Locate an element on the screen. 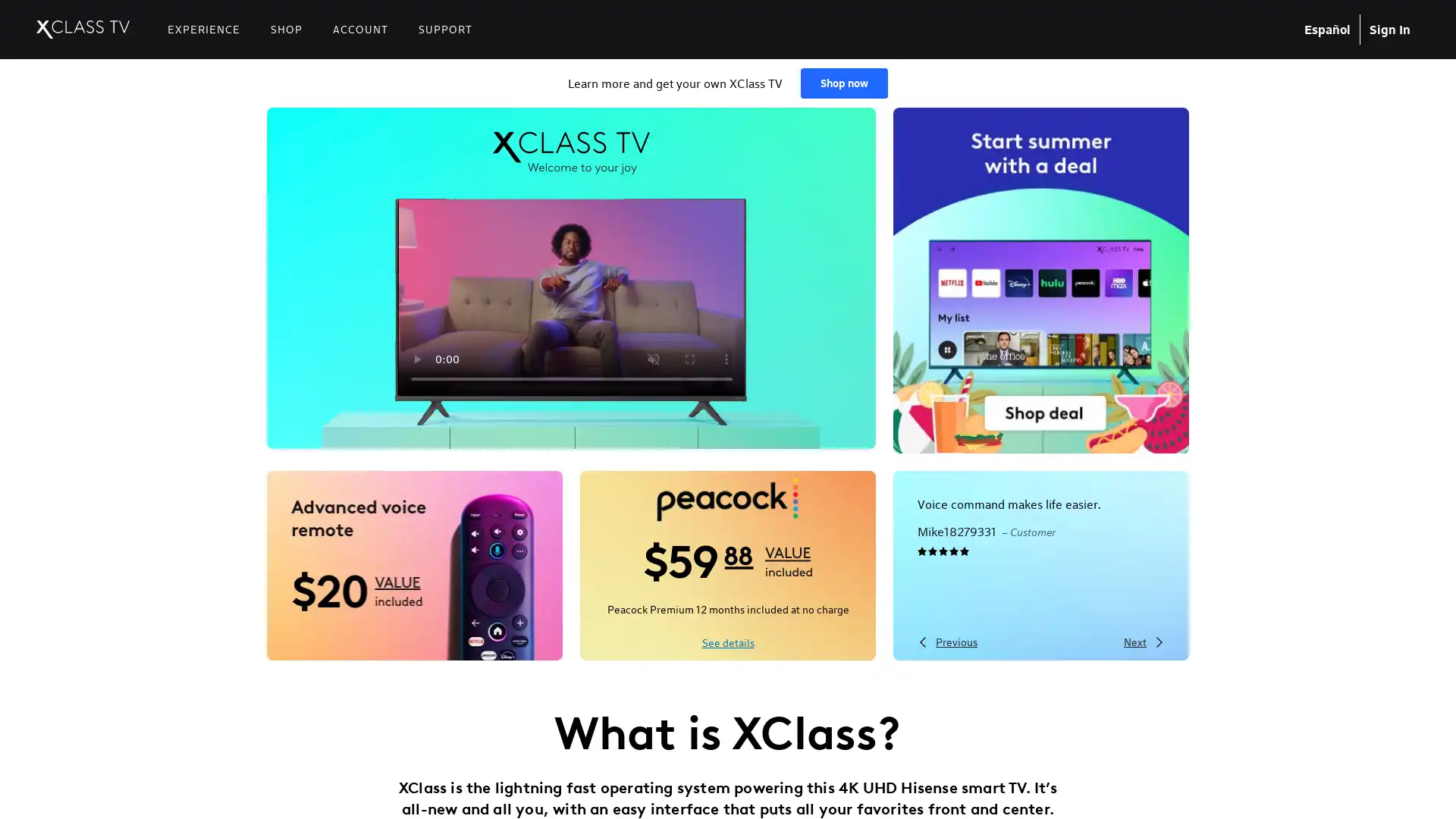 Image resolution: width=1456 pixels, height=819 pixels. unmute is located at coordinates (652, 359).